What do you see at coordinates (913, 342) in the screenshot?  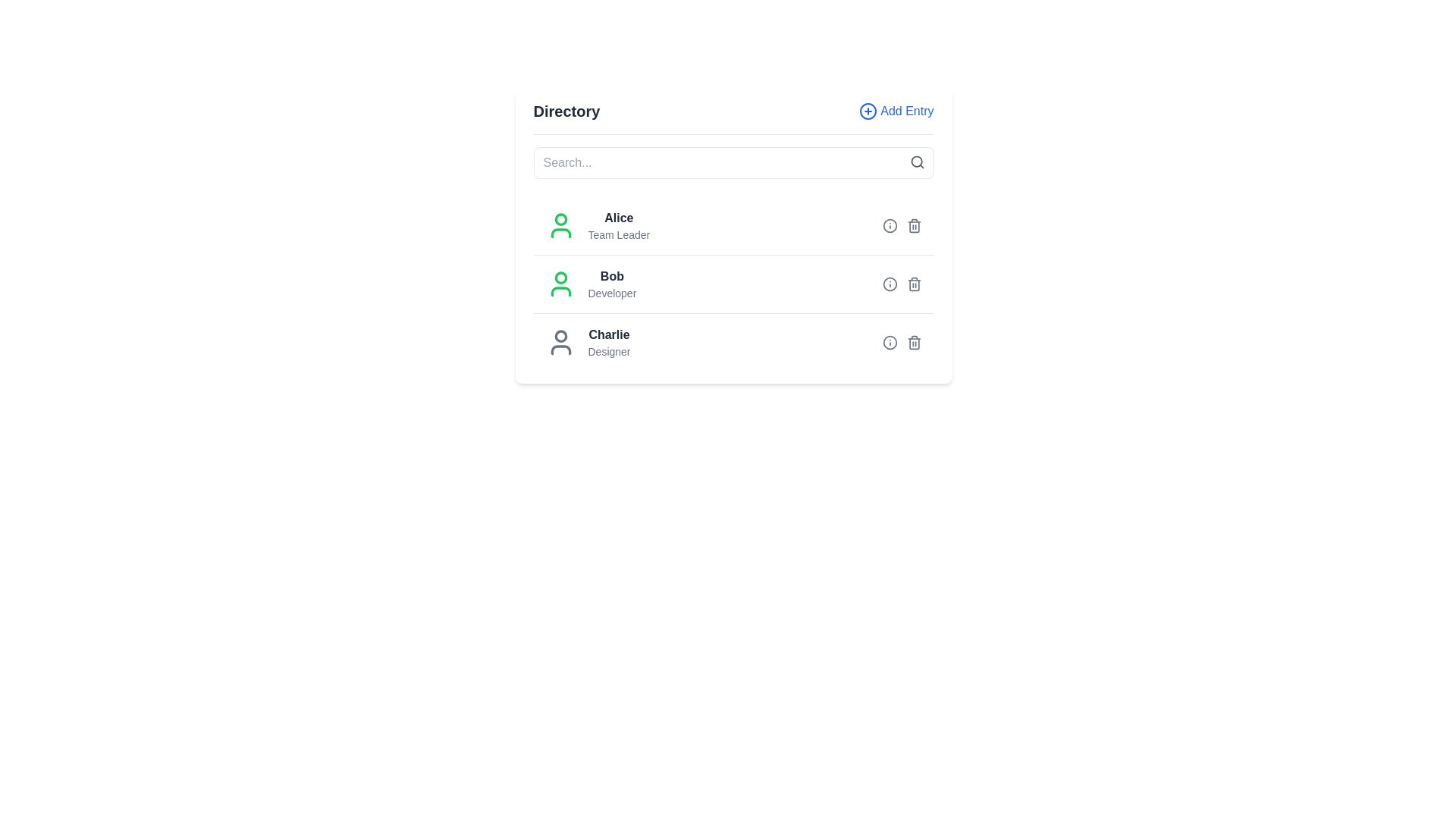 I see `the delete button represented by a gray trash bin icon, located at the far right of the third row corresponding to user 'Charlie'` at bounding box center [913, 342].